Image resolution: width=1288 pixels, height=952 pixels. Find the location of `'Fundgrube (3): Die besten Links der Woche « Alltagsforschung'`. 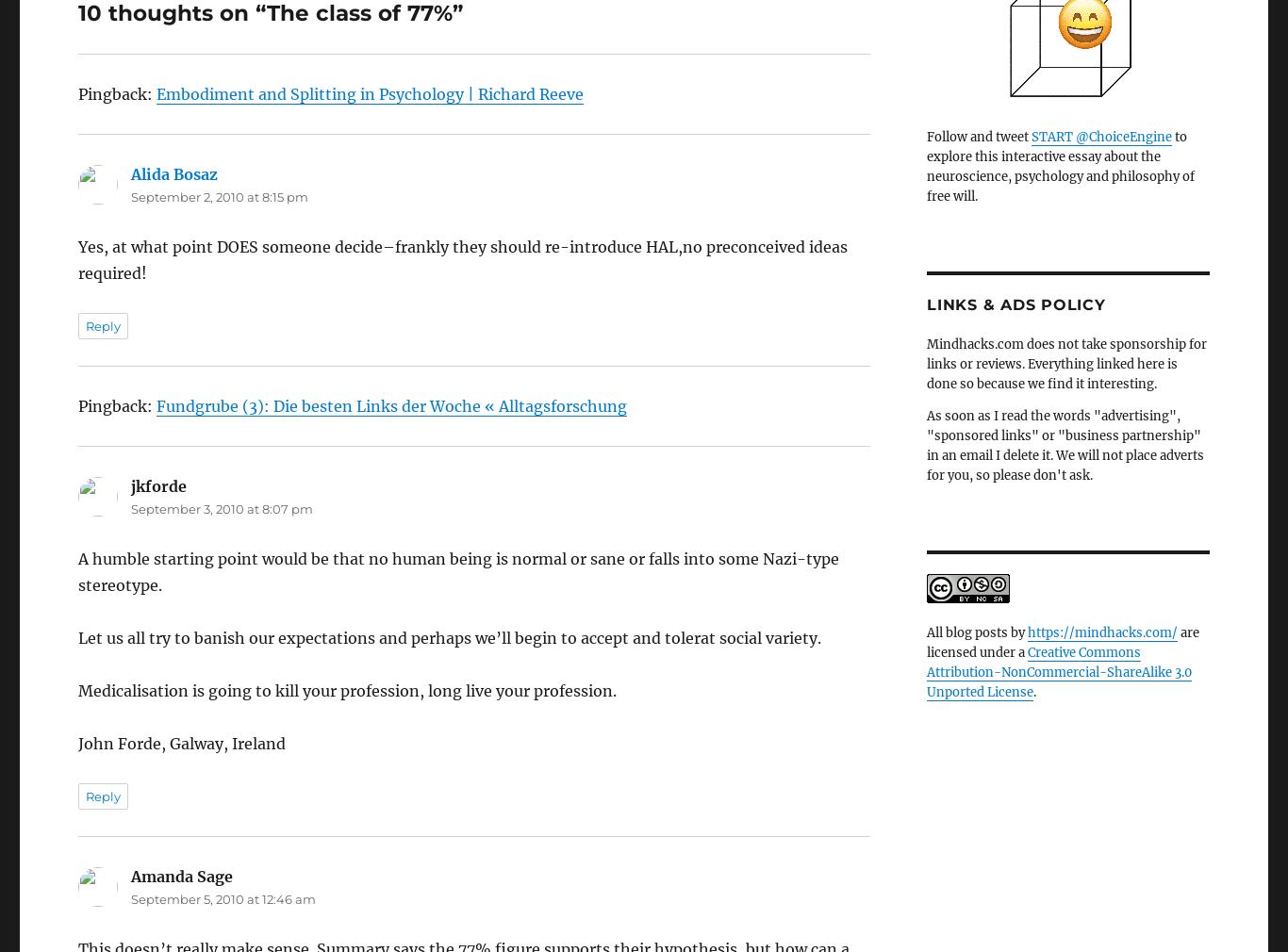

'Fundgrube (3): Die besten Links der Woche « Alltagsforschung' is located at coordinates (390, 354).